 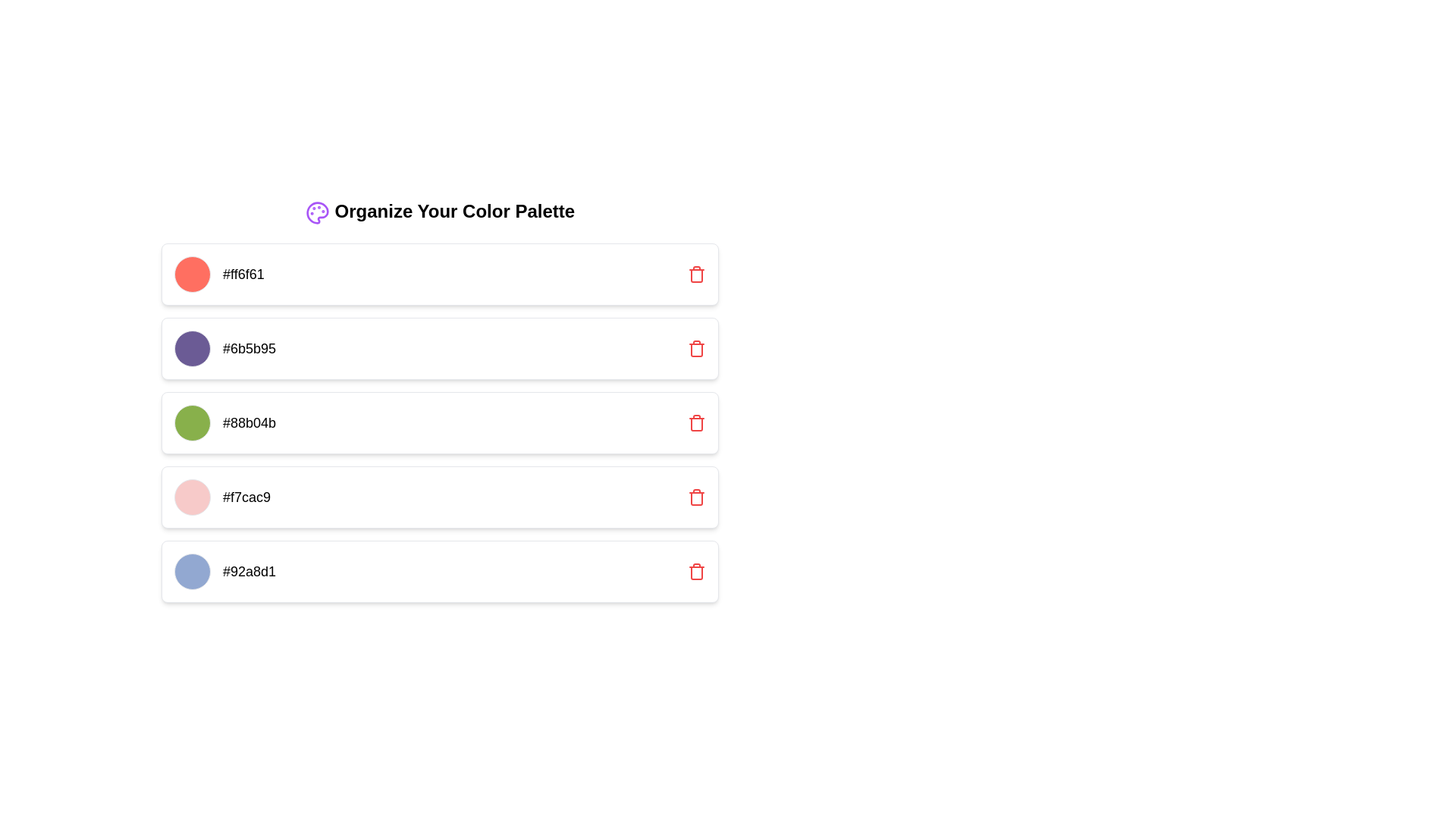 I want to click on the delete icon located to the far right of the second item in the vertical list, which is identified by the color #6b5b95, so click(x=695, y=348).